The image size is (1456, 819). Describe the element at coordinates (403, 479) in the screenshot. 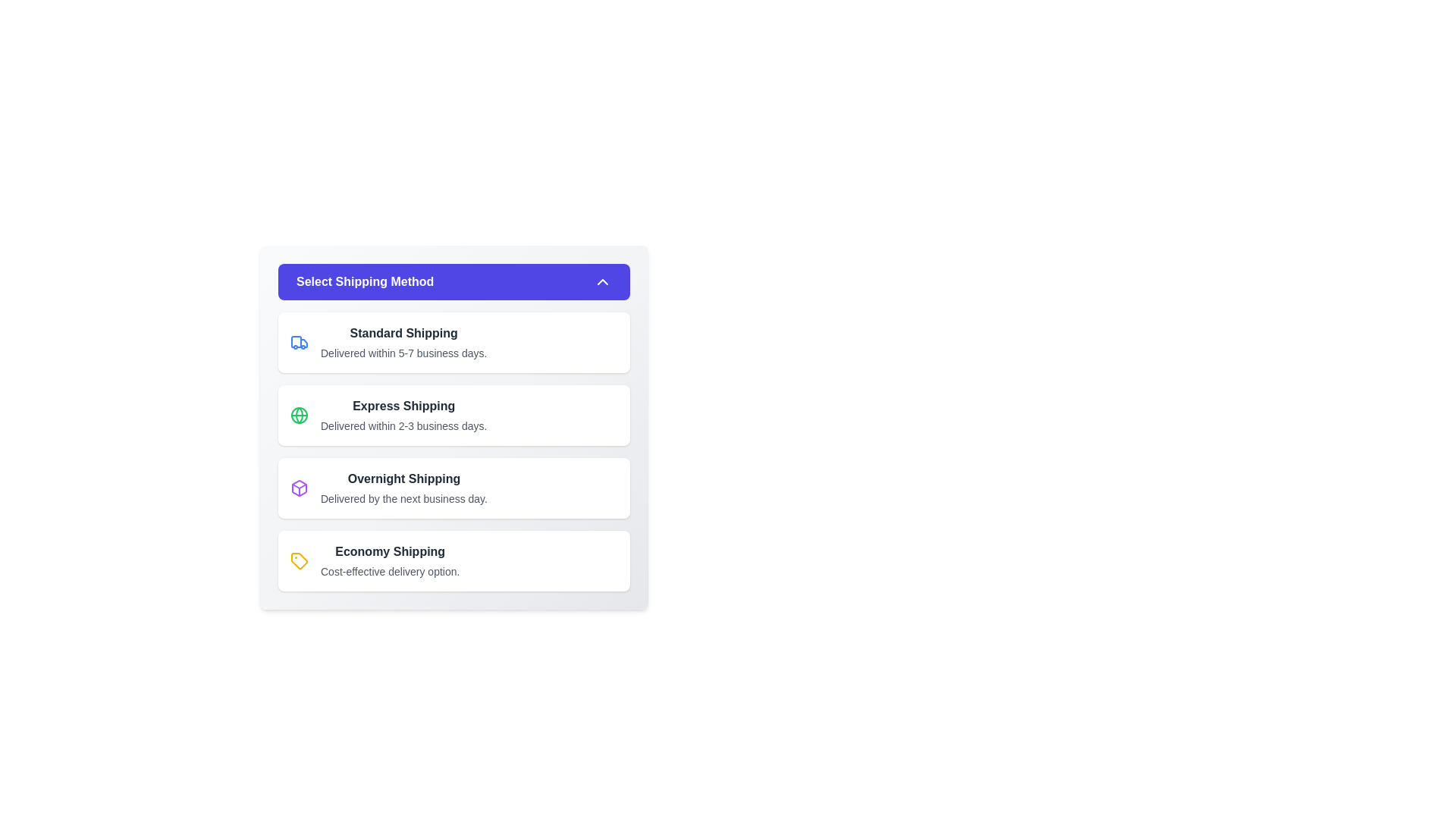

I see `the 'Overnight Shipping' text label, which is bold and dark gray, located in a rectangular clickable area as the third option in a list of shipping methods` at that location.